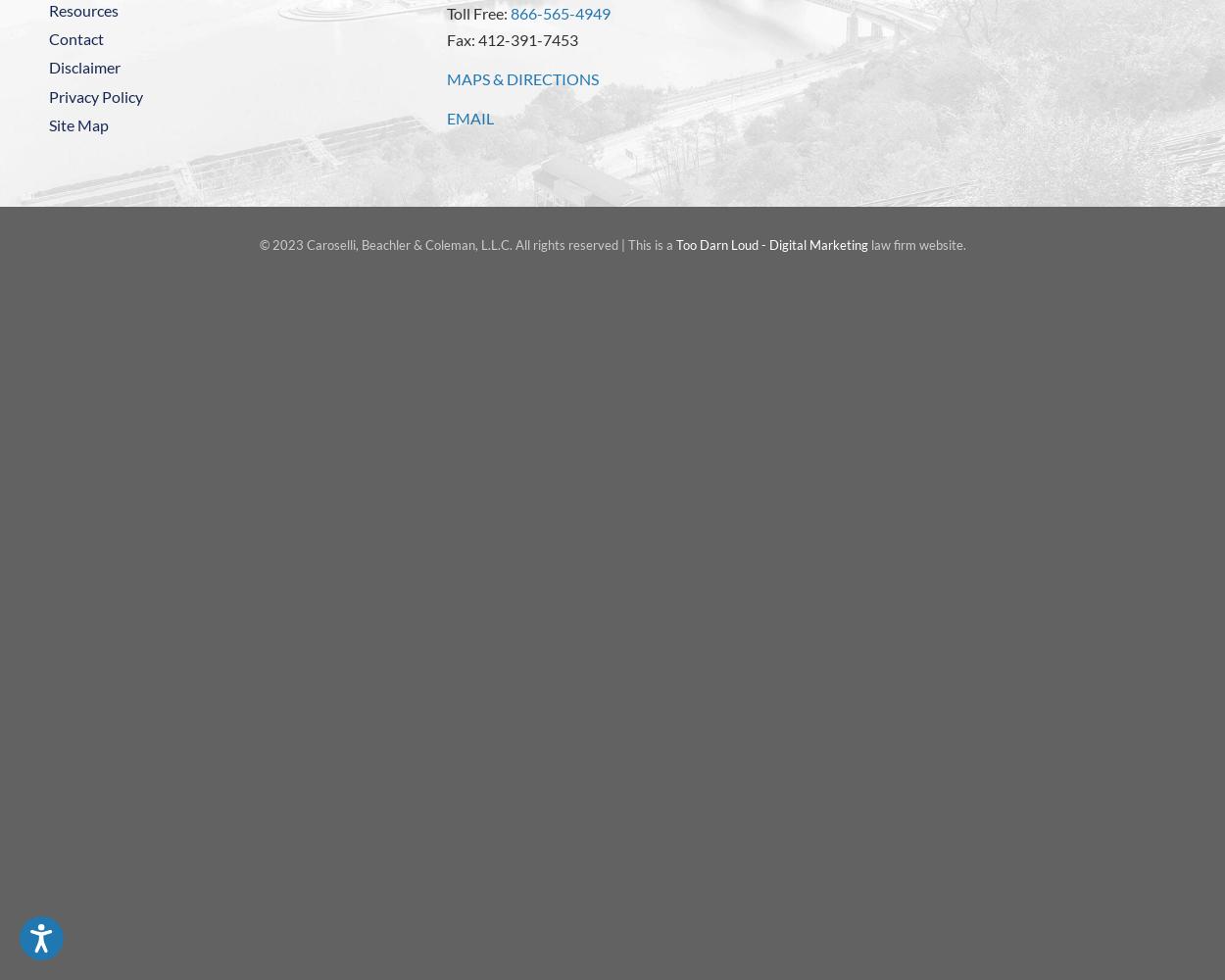 Image resolution: width=1225 pixels, height=980 pixels. What do you see at coordinates (259, 245) in the screenshot?
I see `'© 2023 Caroselli, Beachler & Coleman, L.L.C. All rights reserved | This is a'` at bounding box center [259, 245].